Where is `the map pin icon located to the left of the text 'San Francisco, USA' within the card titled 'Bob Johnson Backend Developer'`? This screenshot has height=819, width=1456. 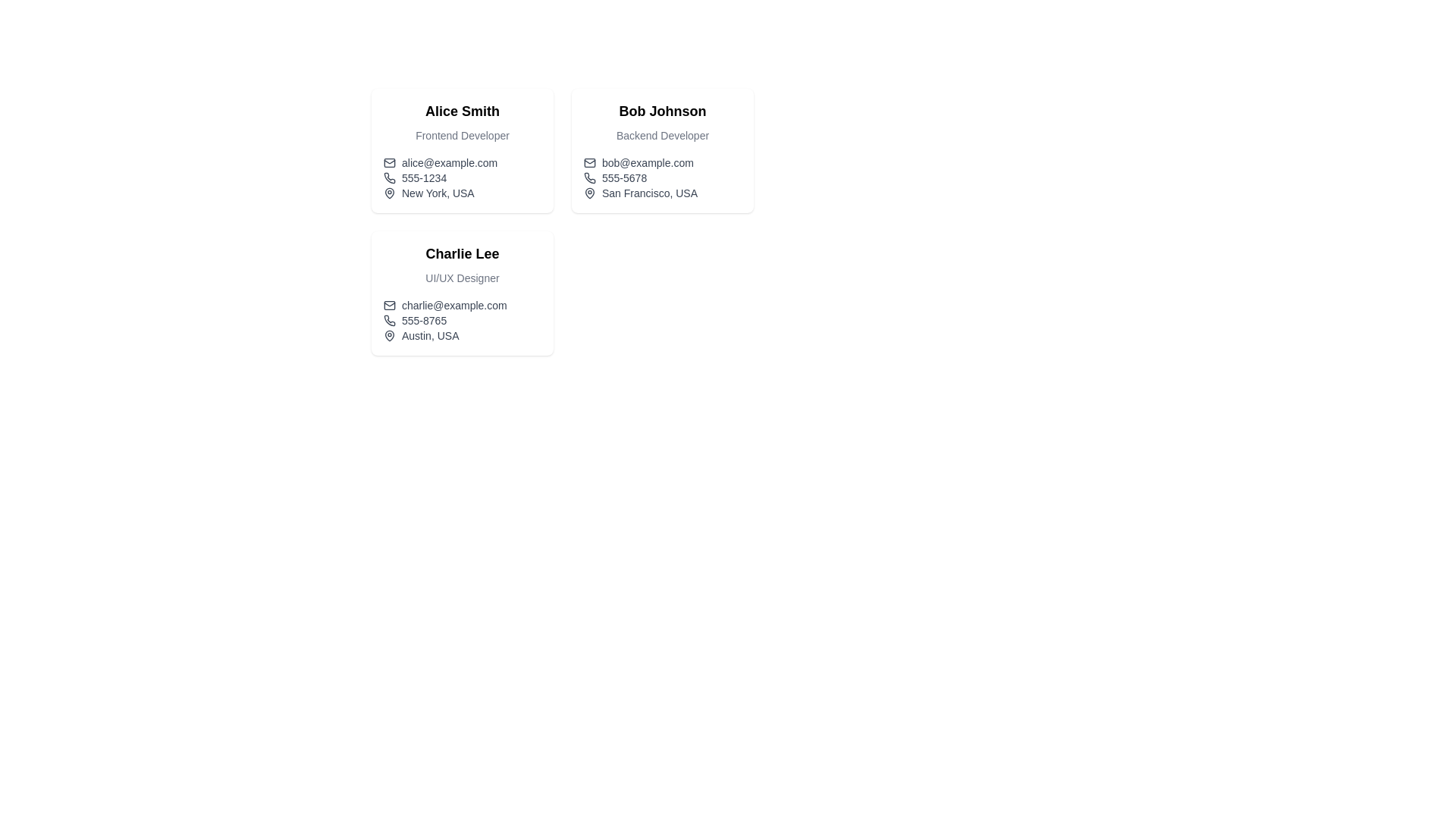 the map pin icon located to the left of the text 'San Francisco, USA' within the card titled 'Bob Johnson Backend Developer' is located at coordinates (588, 192).